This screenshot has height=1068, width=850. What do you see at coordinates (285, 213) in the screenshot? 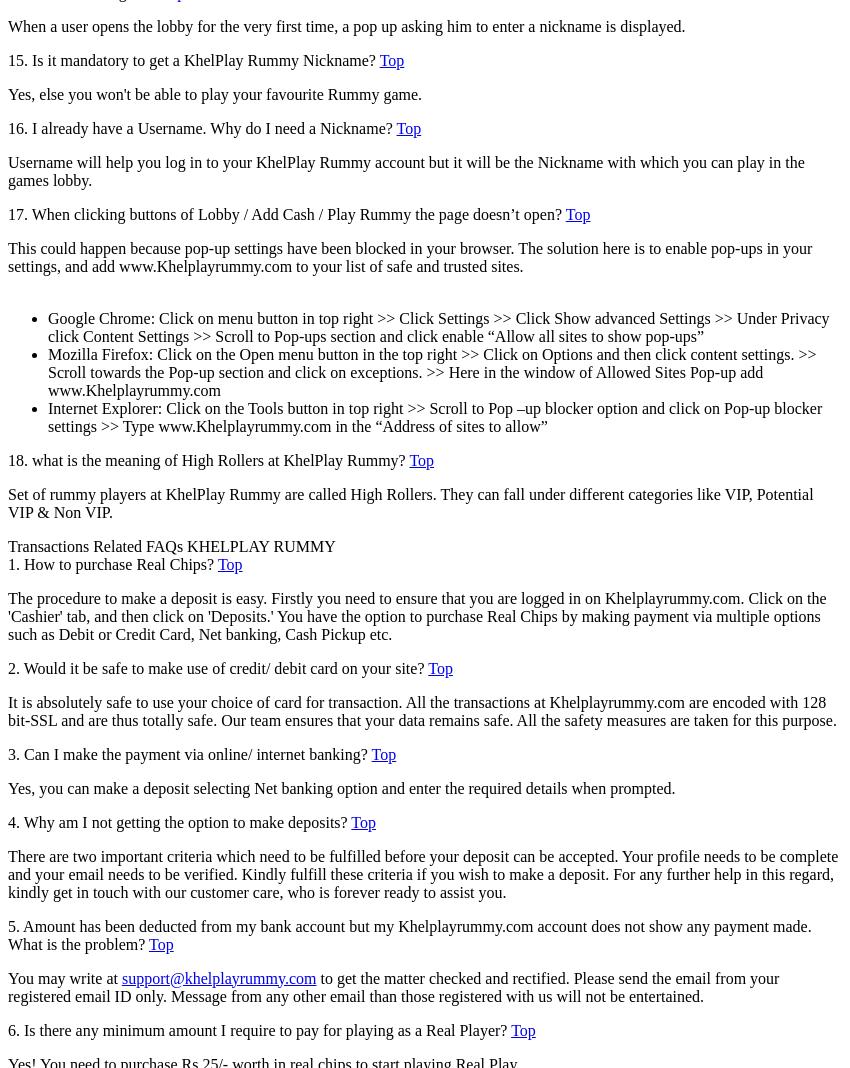
I see `'17. When clicking buttons of Lobby / Add Cash / Play Rummy the page doesn’t open?'` at bounding box center [285, 213].